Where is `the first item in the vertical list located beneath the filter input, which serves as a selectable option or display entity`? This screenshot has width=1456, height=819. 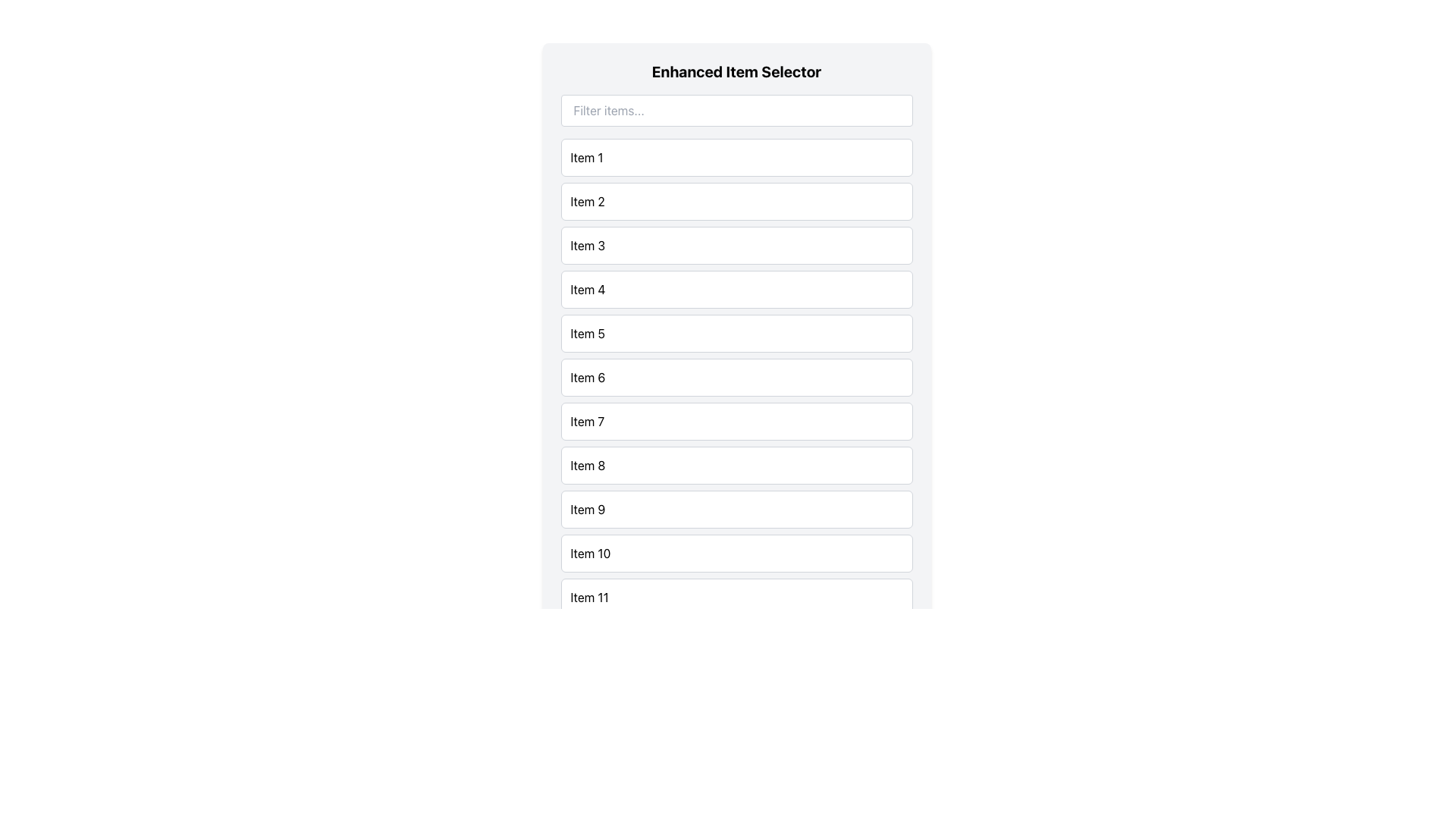
the first item in the vertical list located beneath the filter input, which serves as a selectable option or display entity is located at coordinates (736, 158).